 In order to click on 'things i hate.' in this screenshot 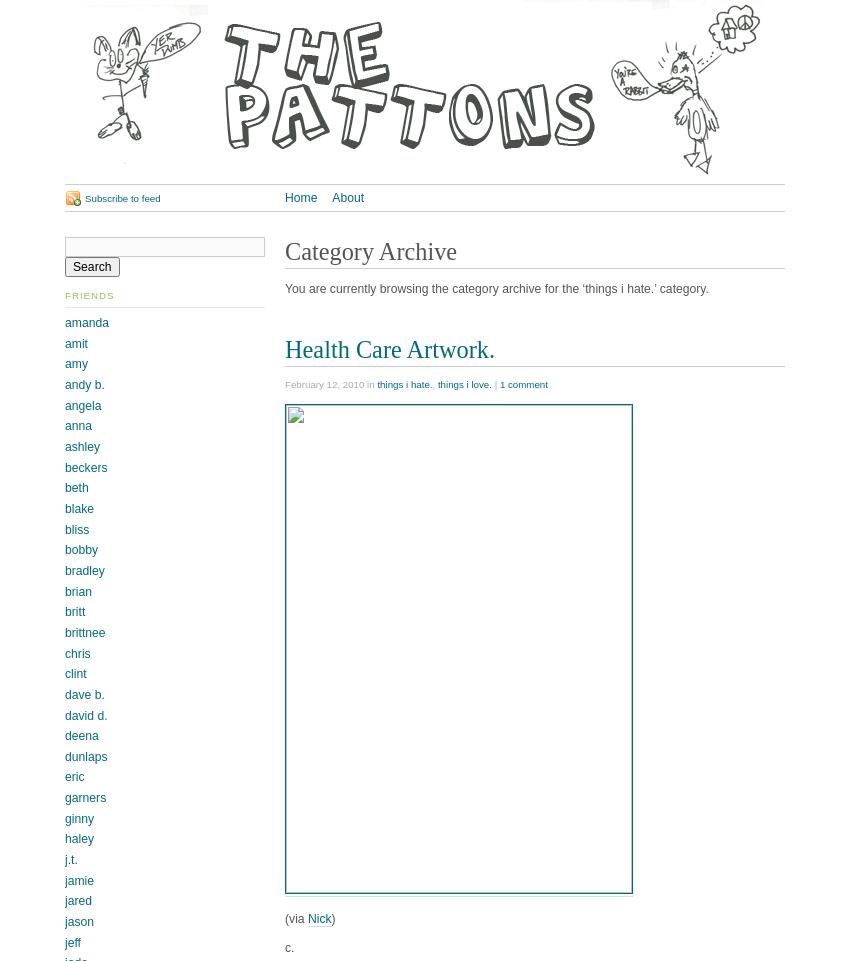, I will do `click(375, 383)`.